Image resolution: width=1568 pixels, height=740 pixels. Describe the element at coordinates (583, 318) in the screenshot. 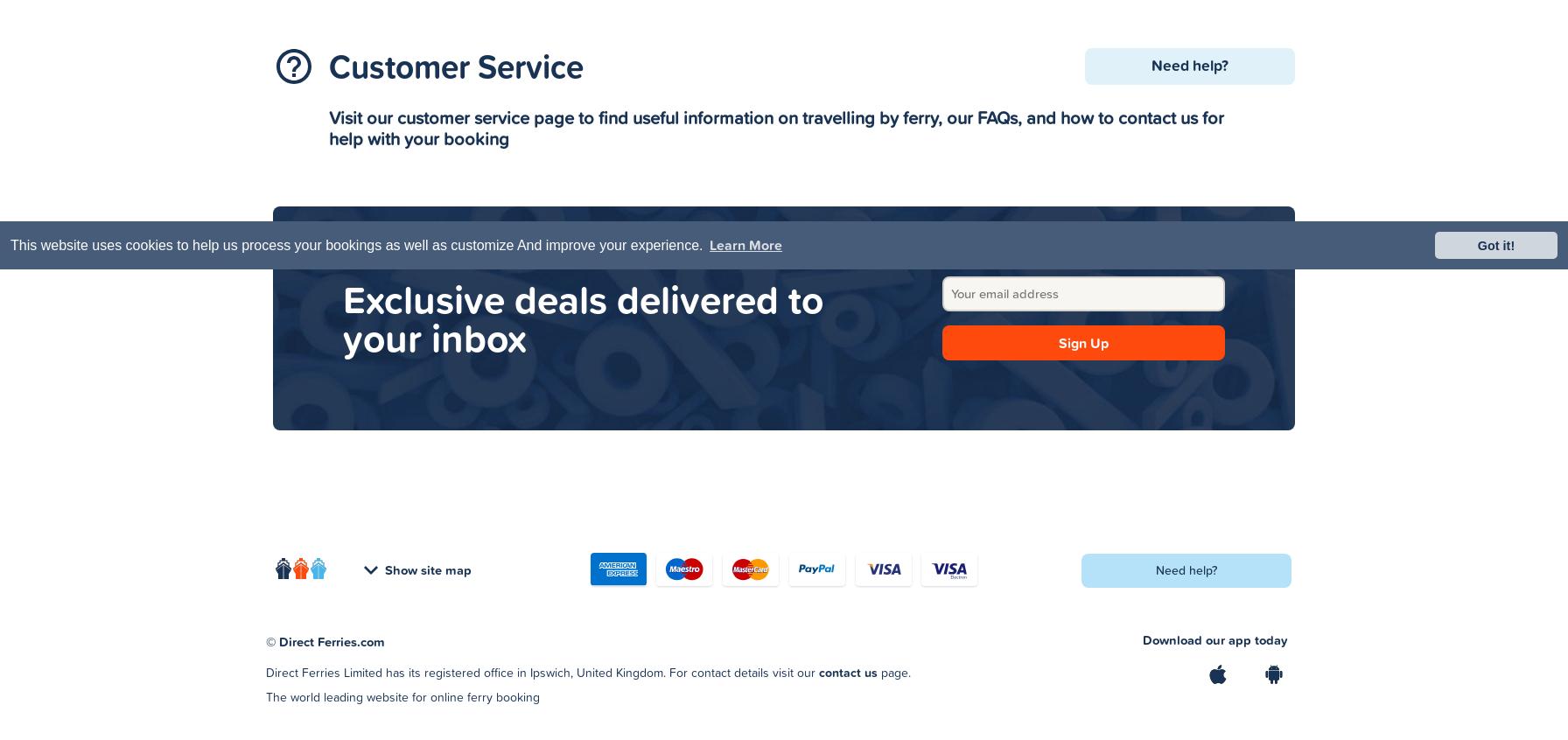

I see `'Exclusive deals delivered to your inbox'` at that location.